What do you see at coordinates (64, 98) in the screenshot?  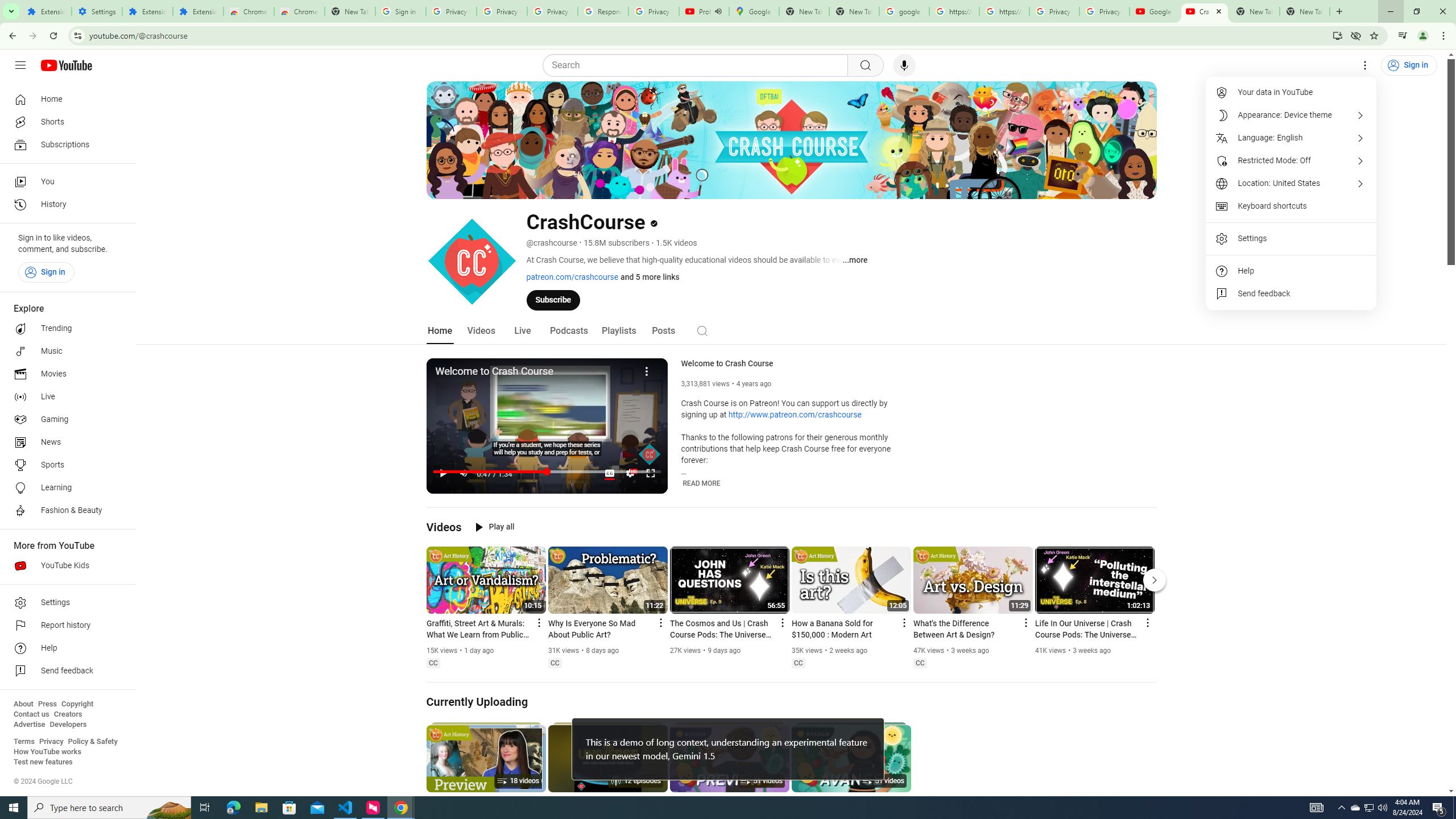 I see `'Home'` at bounding box center [64, 98].